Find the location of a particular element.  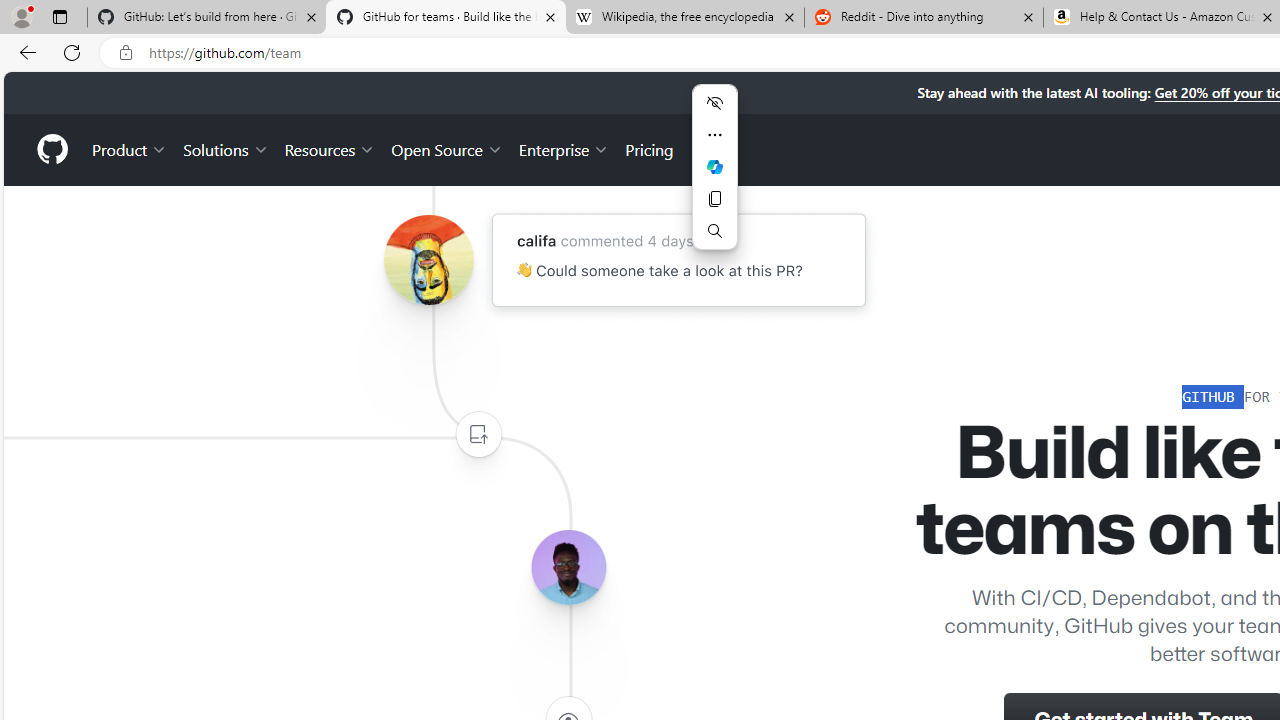

'Avatar of the user califa' is located at coordinates (427, 259).